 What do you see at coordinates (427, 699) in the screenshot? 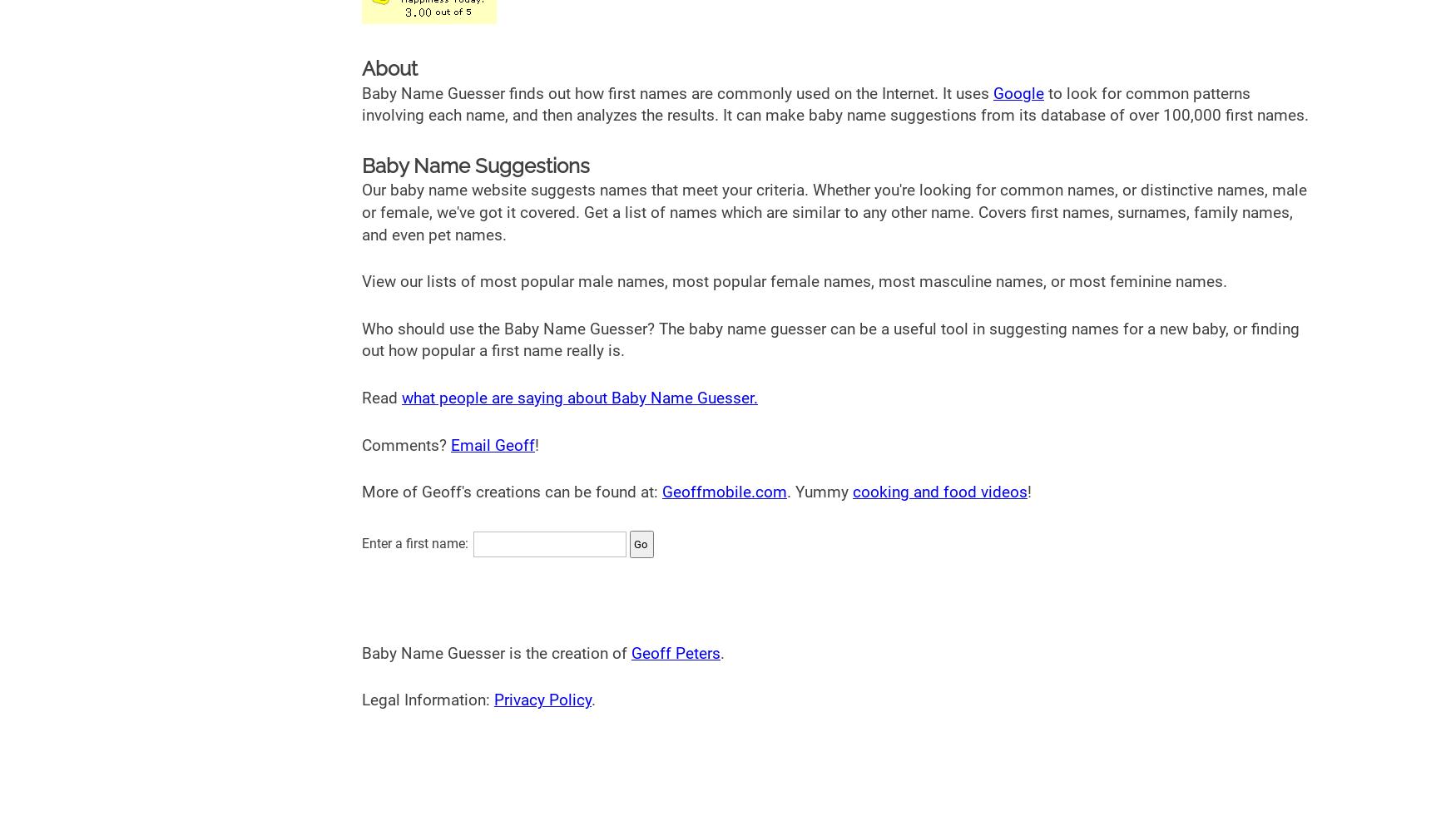
I see `'Legal Information:'` at bounding box center [427, 699].